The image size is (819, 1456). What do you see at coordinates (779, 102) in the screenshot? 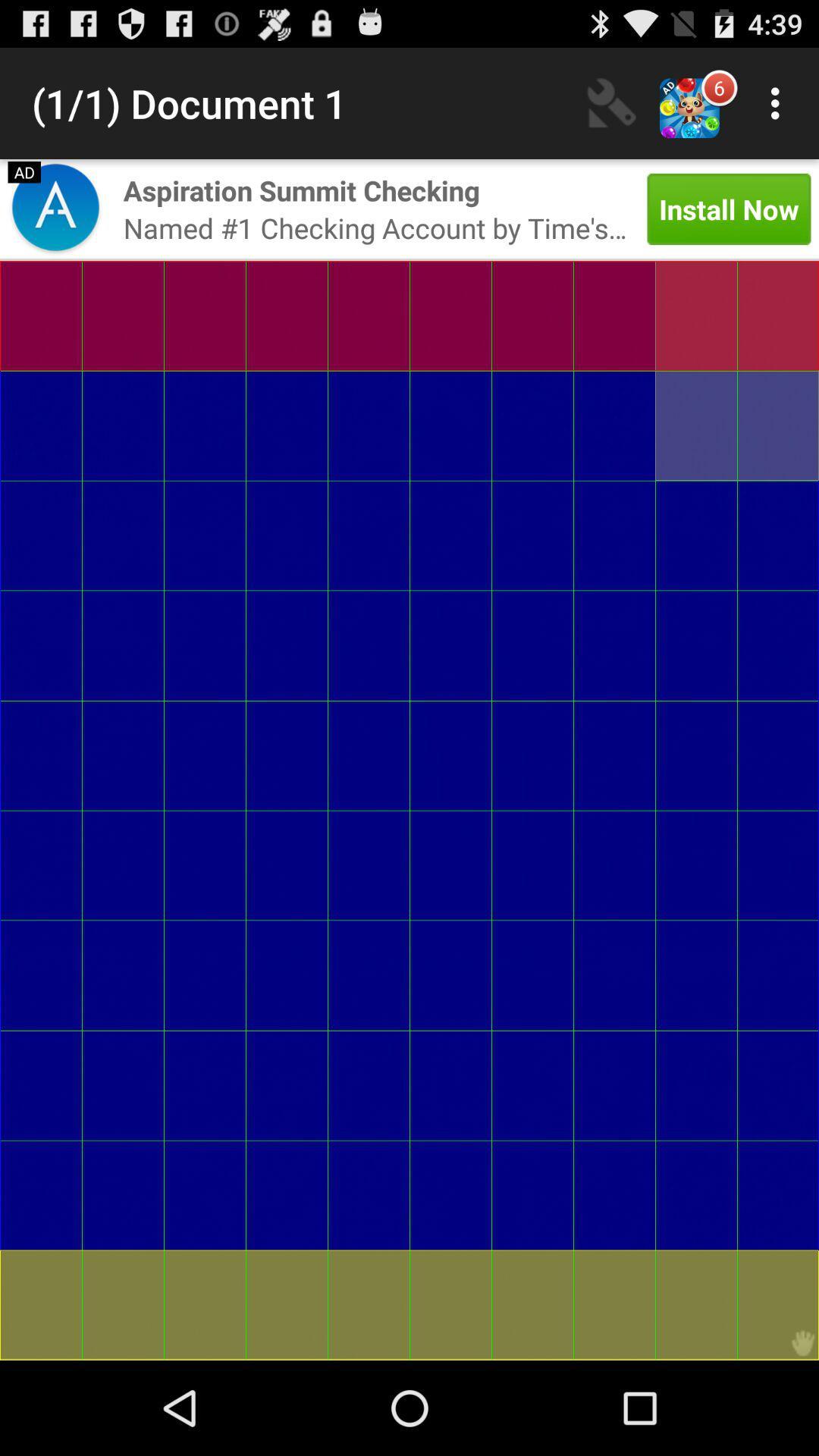
I see `icon next to the 6` at bounding box center [779, 102].